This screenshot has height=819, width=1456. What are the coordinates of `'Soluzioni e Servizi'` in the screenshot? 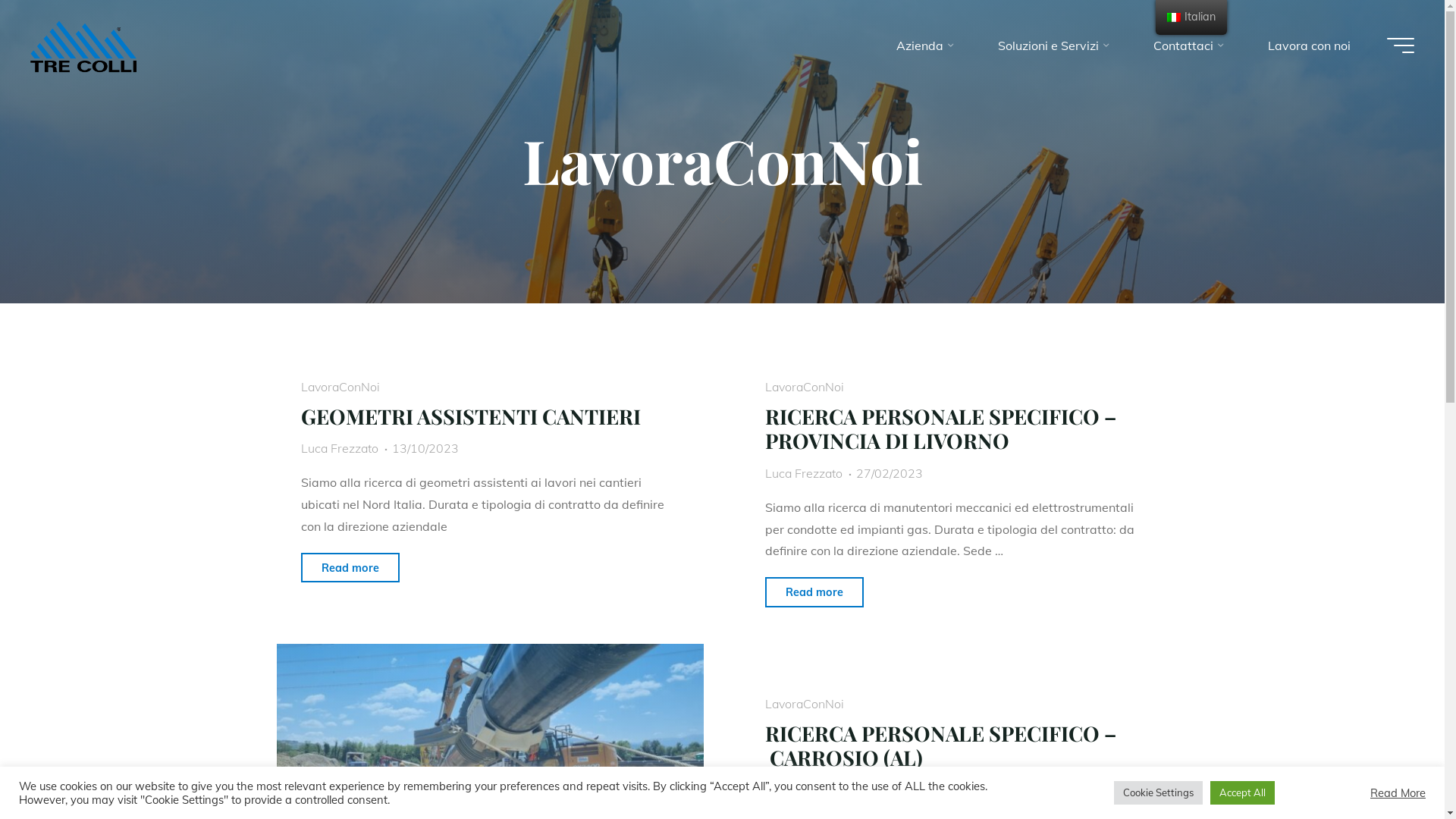 It's located at (1050, 45).